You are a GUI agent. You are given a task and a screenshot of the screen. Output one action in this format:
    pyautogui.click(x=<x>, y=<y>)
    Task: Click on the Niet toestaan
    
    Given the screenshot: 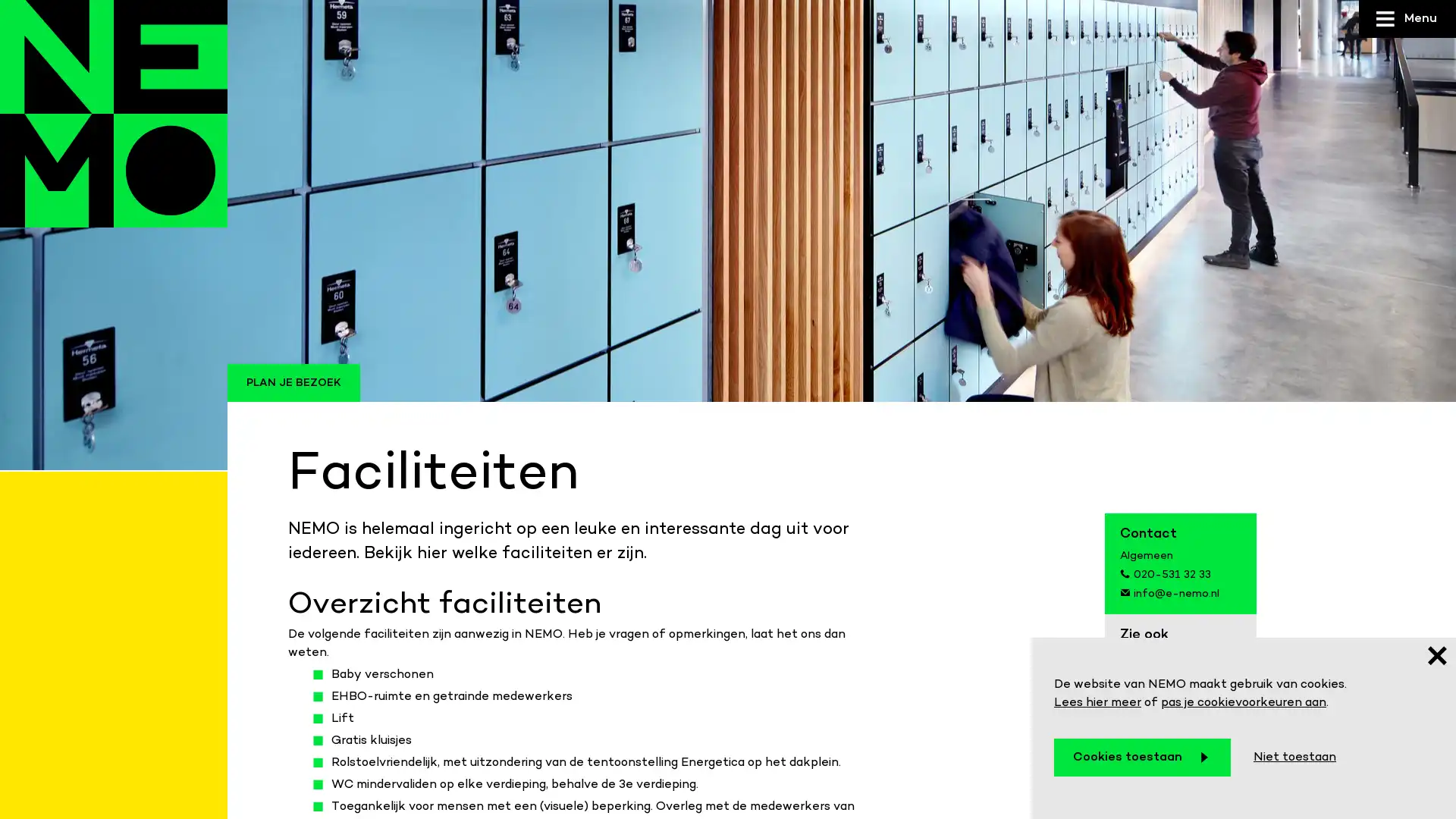 What is the action you would take?
    pyautogui.click(x=1294, y=758)
    